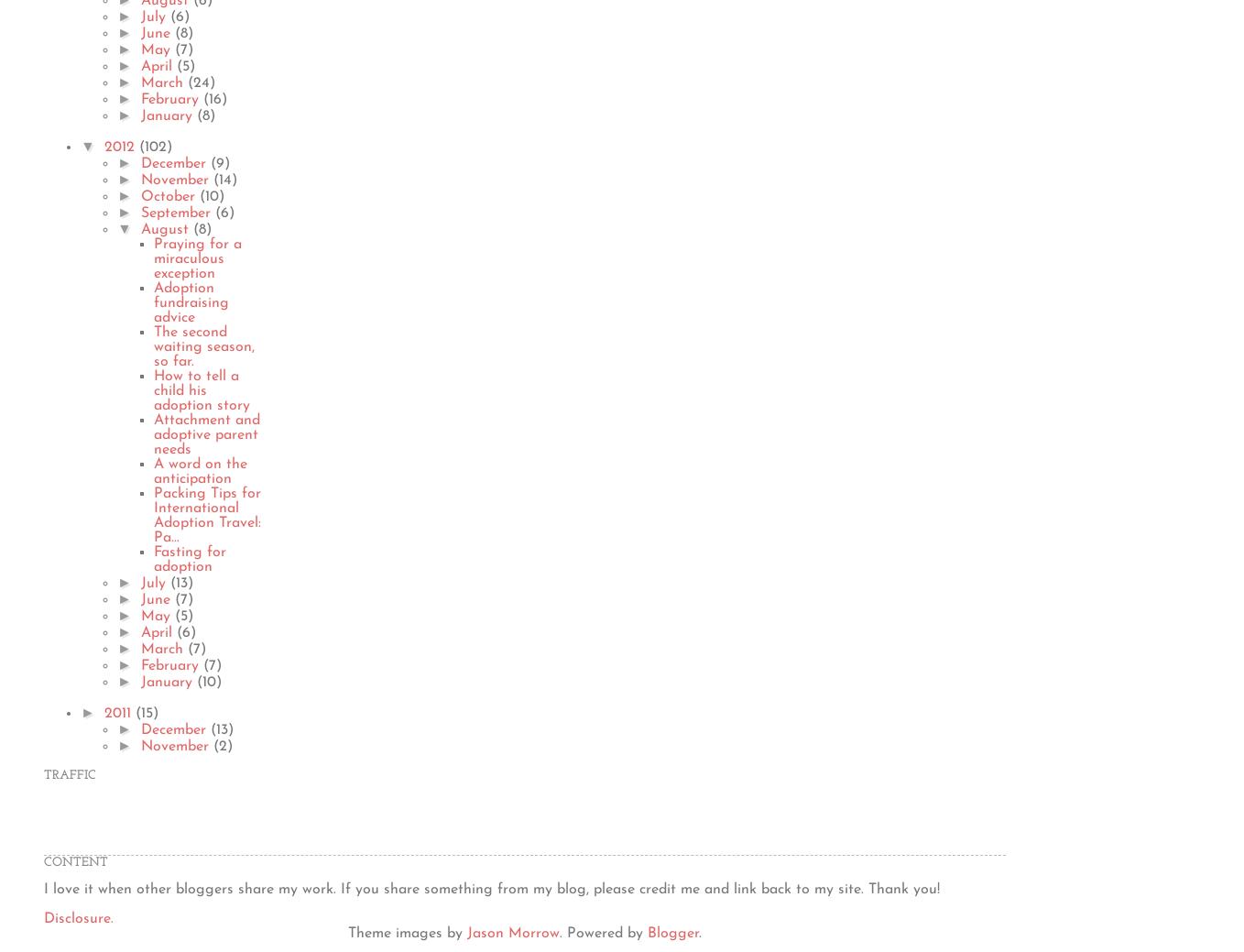 The height and width of the screenshot is (952, 1244). I want to click on 'September', so click(177, 213).